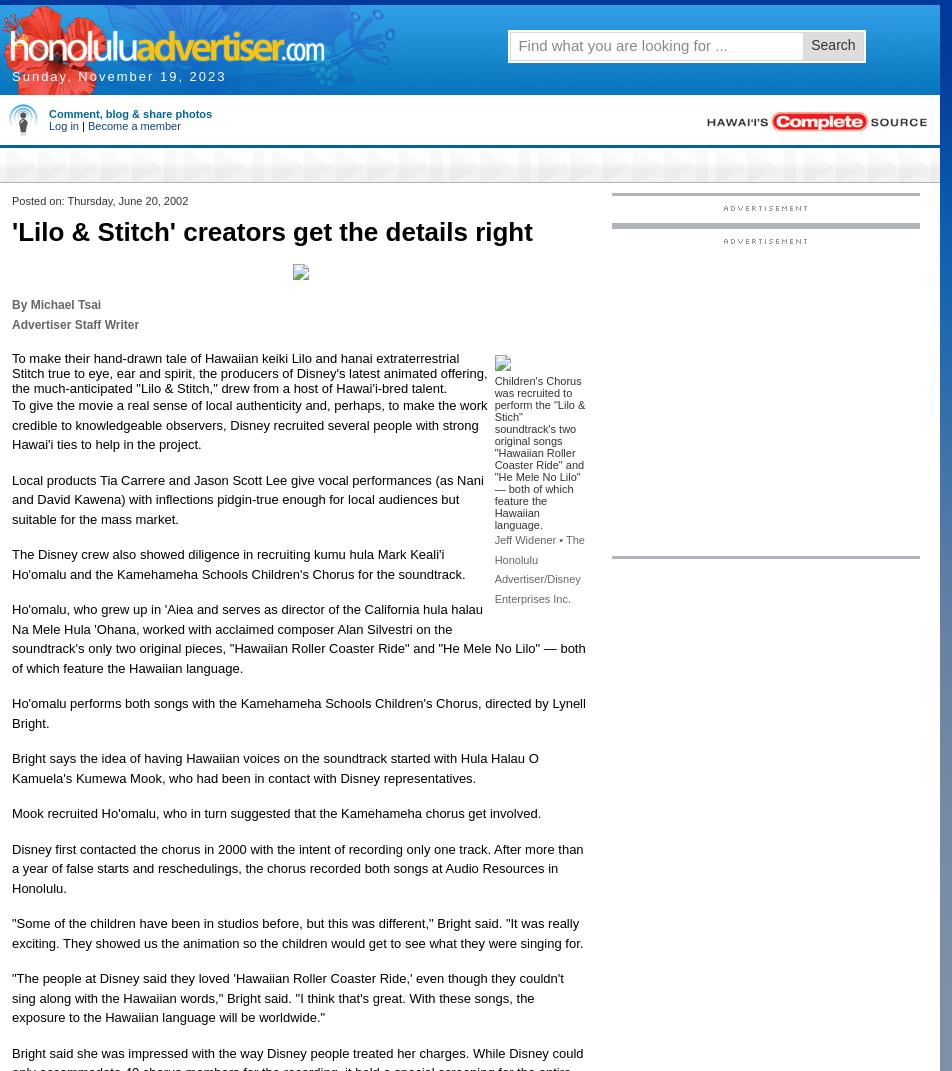 This screenshot has width=952, height=1071. What do you see at coordinates (271, 231) in the screenshot?
I see `''Lilo & Stitch' creators get the details right'` at bounding box center [271, 231].